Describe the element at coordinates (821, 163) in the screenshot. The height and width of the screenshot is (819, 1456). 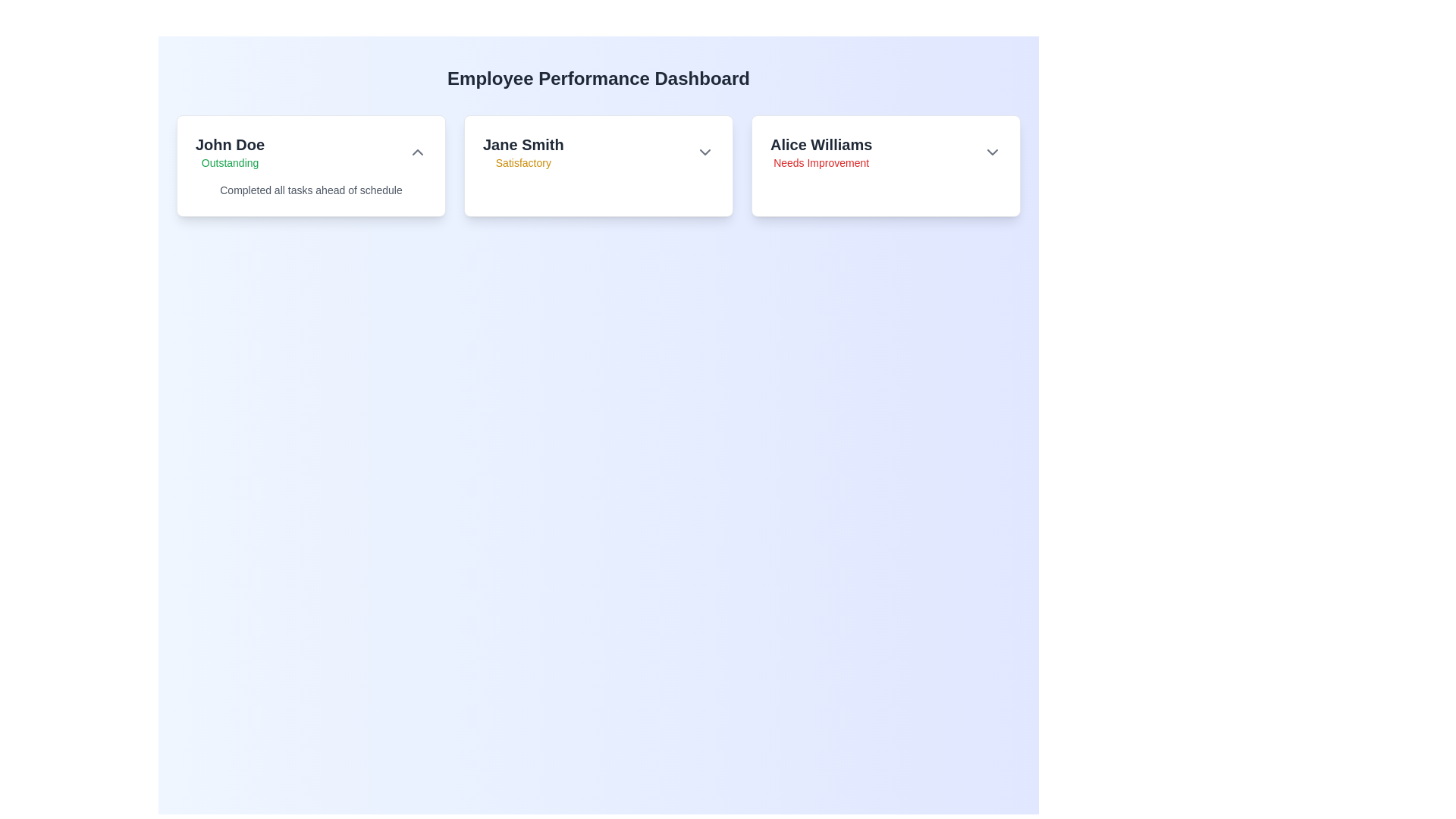
I see `the text label displaying 'Needs Improvement' in bold red font, located directly below 'Alice Williams' in the right-most performance card on the dashboard` at that location.